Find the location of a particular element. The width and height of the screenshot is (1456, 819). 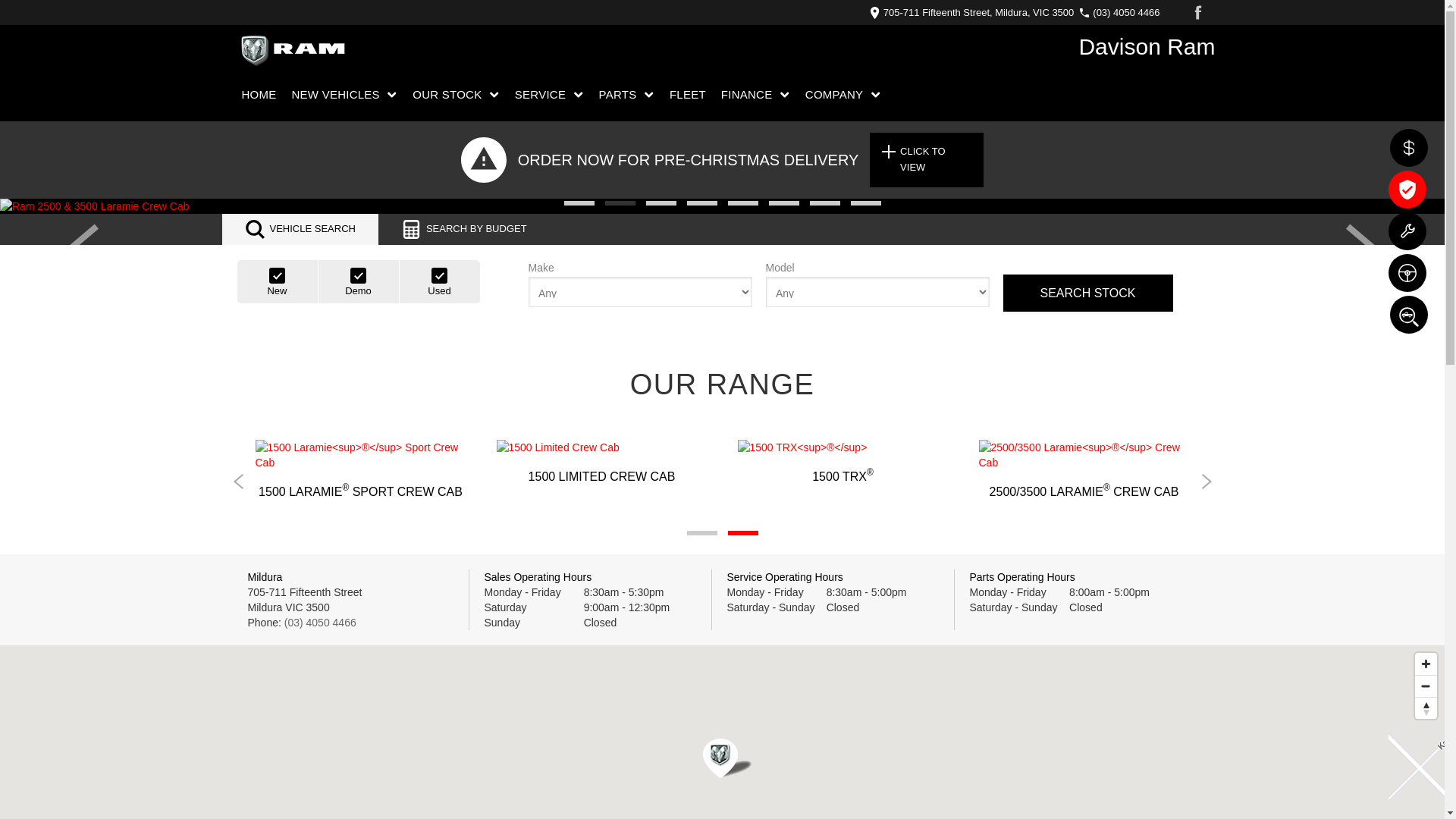

'NEW VEHICLES' is located at coordinates (344, 94).